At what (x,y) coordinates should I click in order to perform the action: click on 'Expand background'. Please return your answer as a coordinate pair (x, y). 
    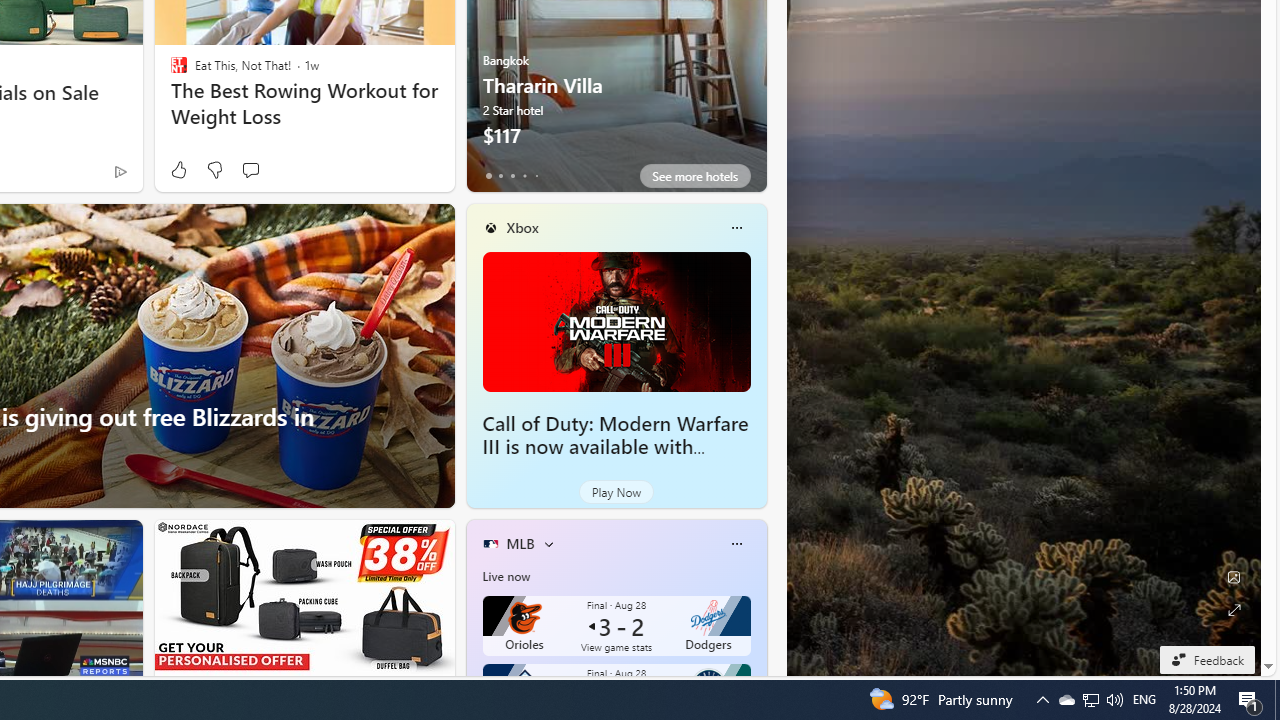
    Looking at the image, I should click on (1232, 609).